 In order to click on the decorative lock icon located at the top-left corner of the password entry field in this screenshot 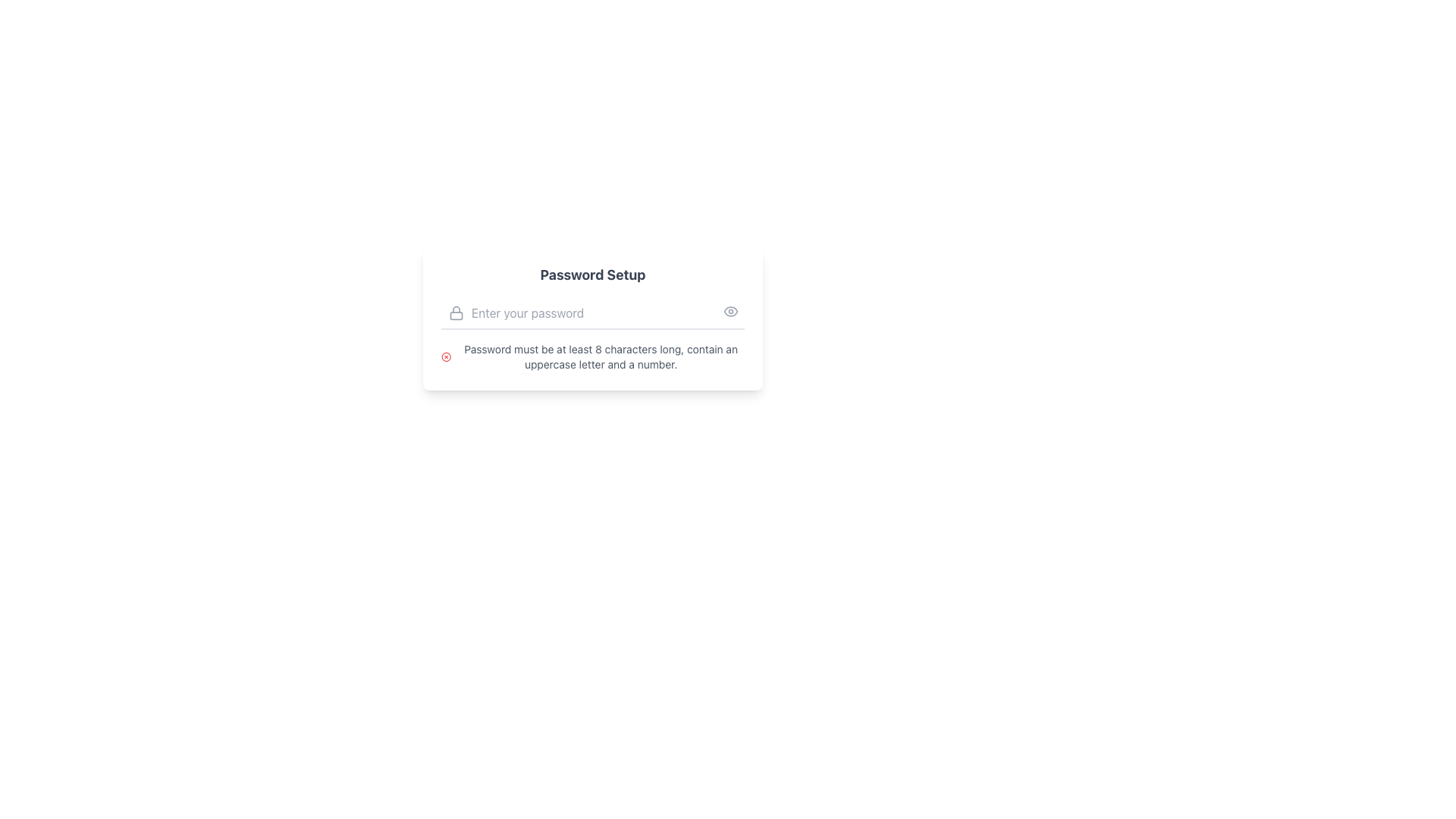, I will do `click(455, 312)`.